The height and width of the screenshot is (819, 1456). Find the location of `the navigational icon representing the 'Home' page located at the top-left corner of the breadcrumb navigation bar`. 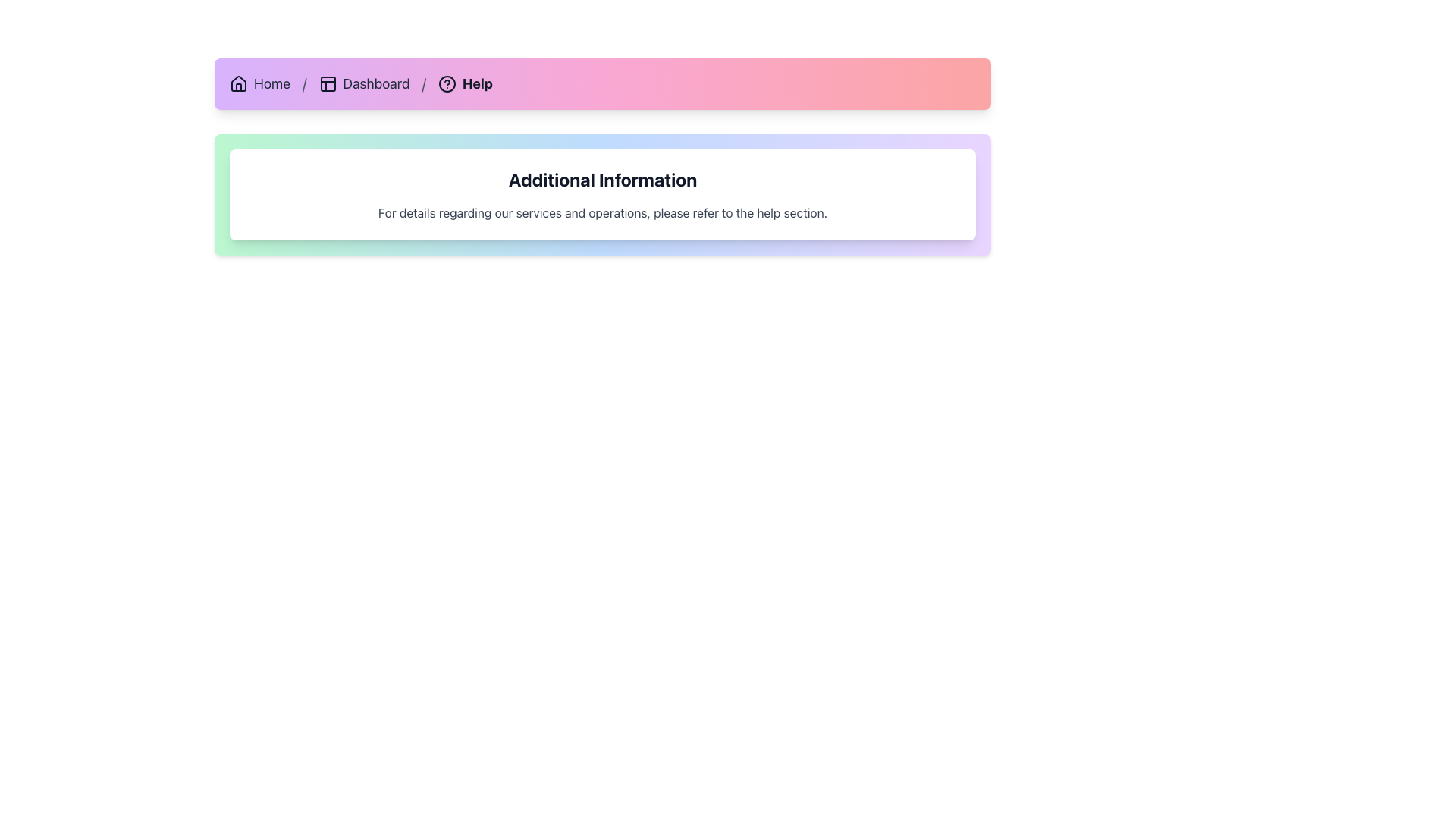

the navigational icon representing the 'Home' page located at the top-left corner of the breadcrumb navigation bar is located at coordinates (238, 84).